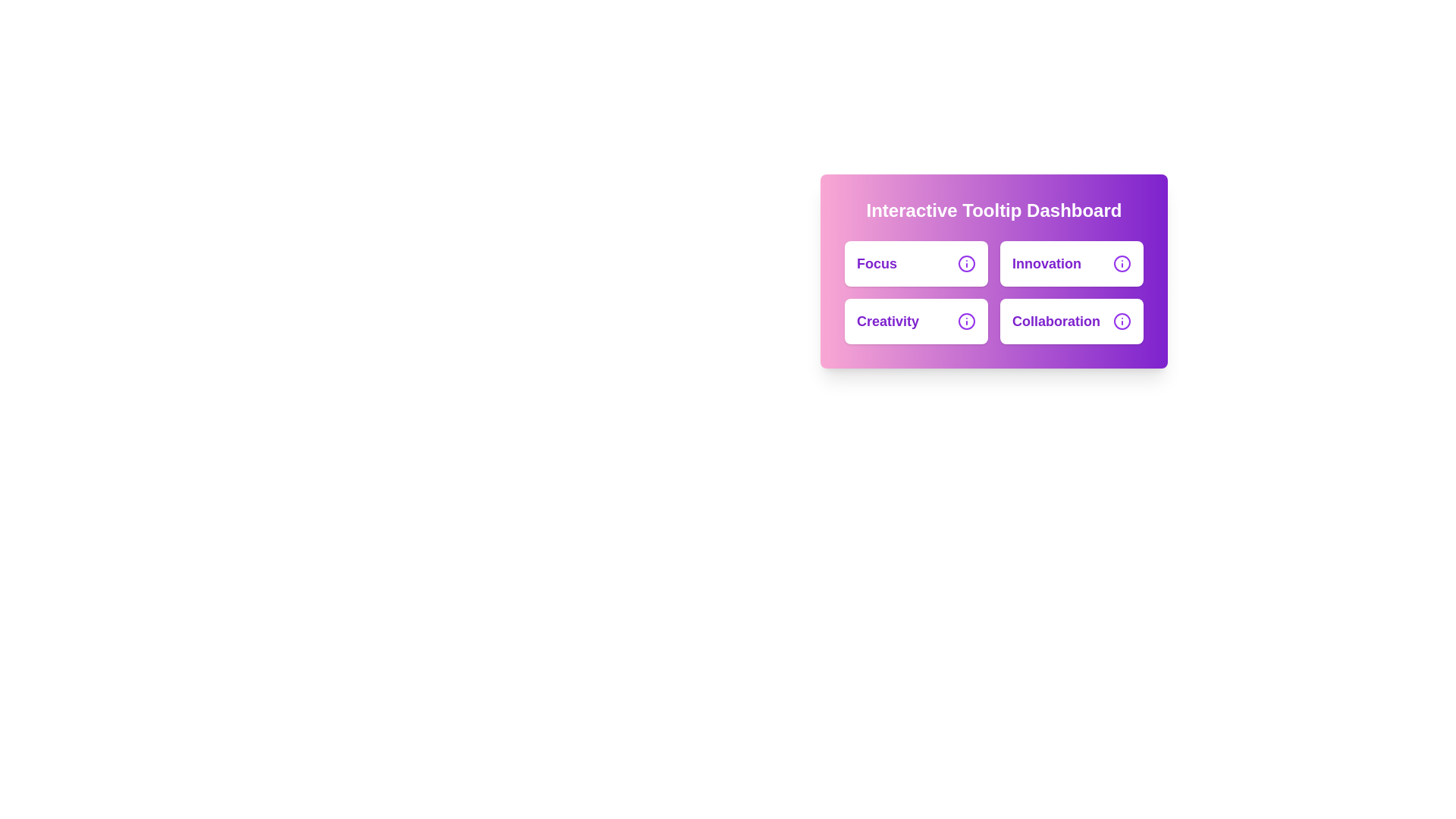 This screenshot has width=1456, height=819. What do you see at coordinates (966, 262) in the screenshot?
I see `circular SVG icon within the 'Focus' button located in the top-left quadrant of the 'Interactive Tooltip Dashboard' panel` at bounding box center [966, 262].